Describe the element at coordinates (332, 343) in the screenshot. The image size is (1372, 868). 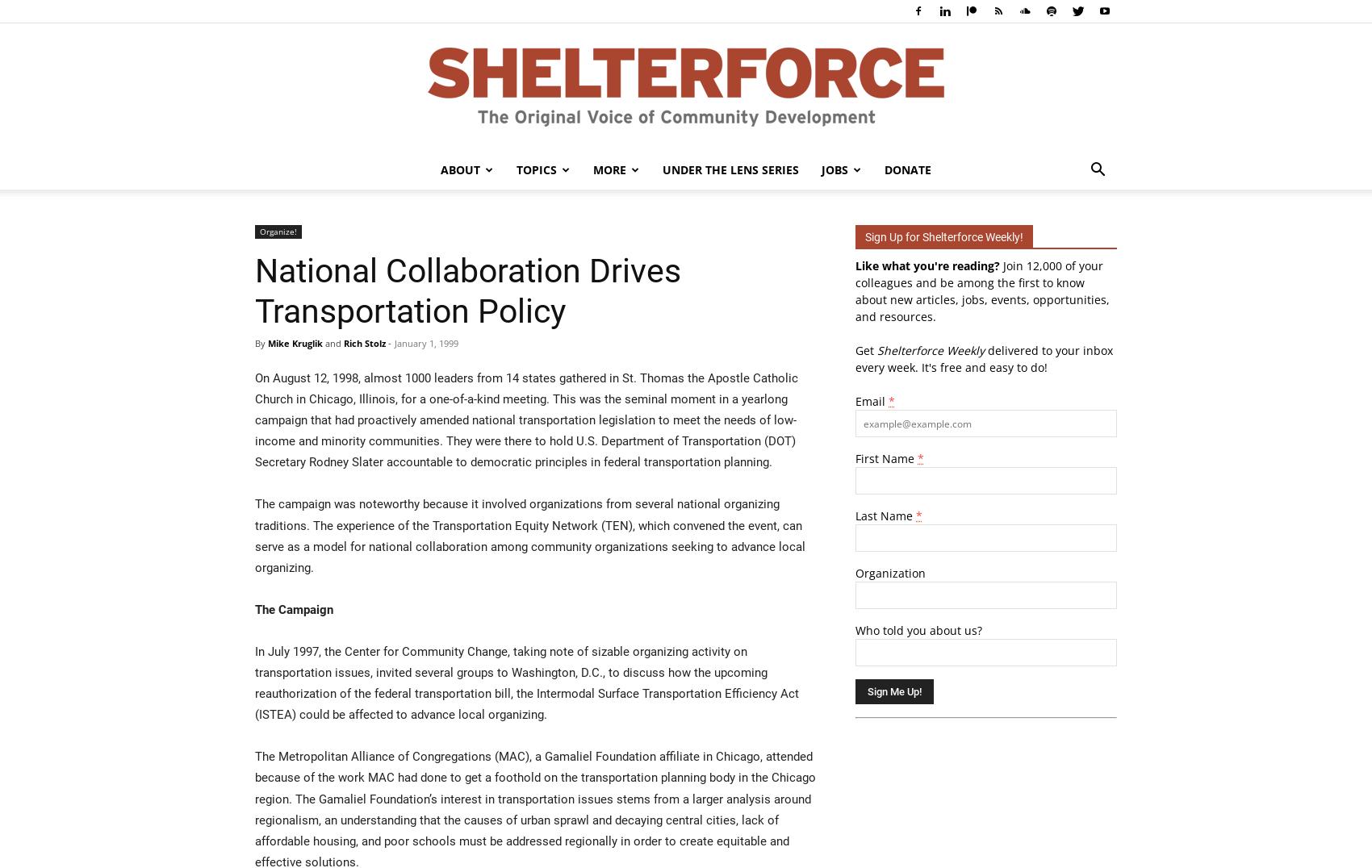
I see `'and'` at that location.